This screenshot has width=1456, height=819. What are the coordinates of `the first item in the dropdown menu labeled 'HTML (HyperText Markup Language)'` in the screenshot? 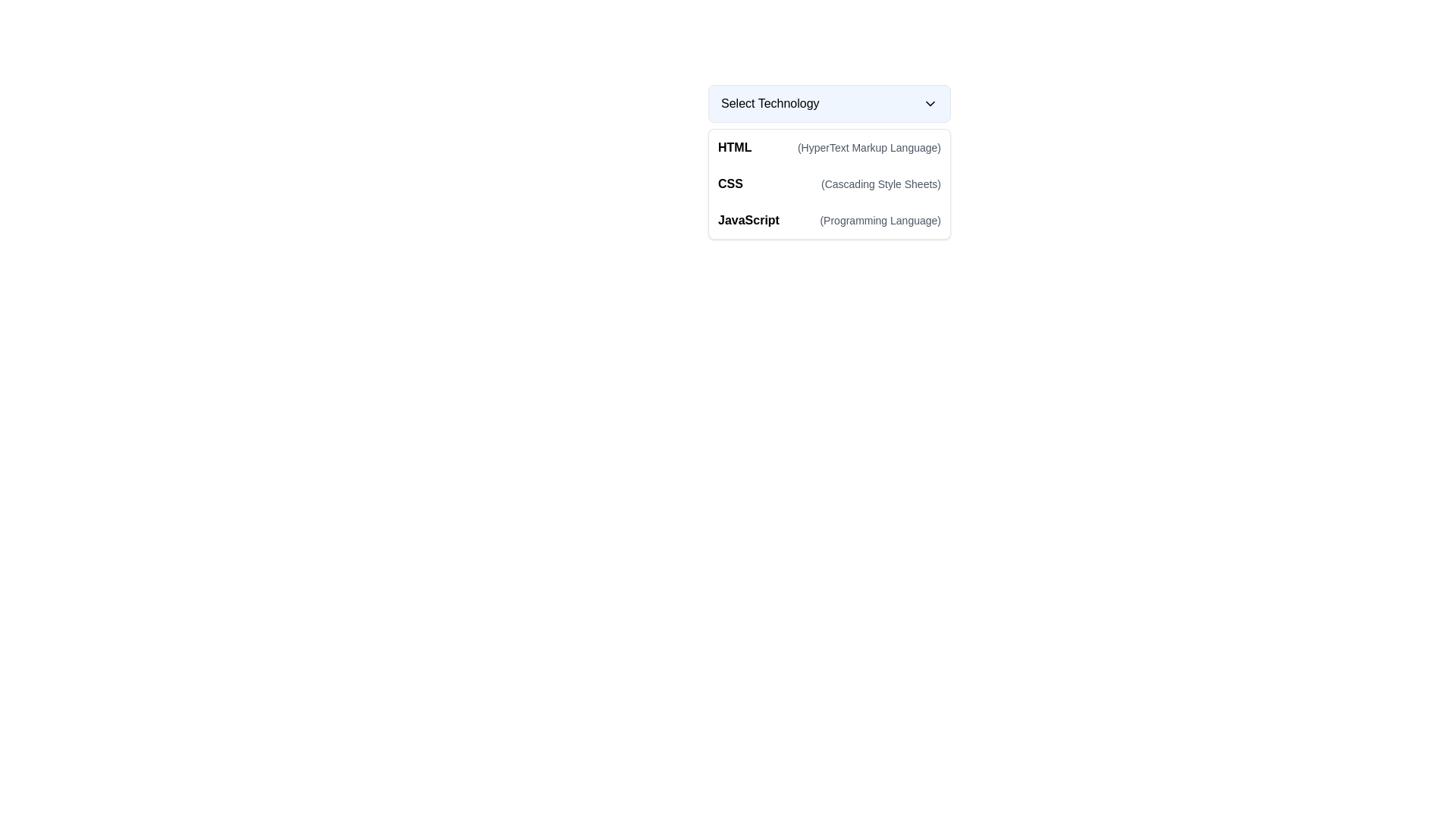 It's located at (829, 148).